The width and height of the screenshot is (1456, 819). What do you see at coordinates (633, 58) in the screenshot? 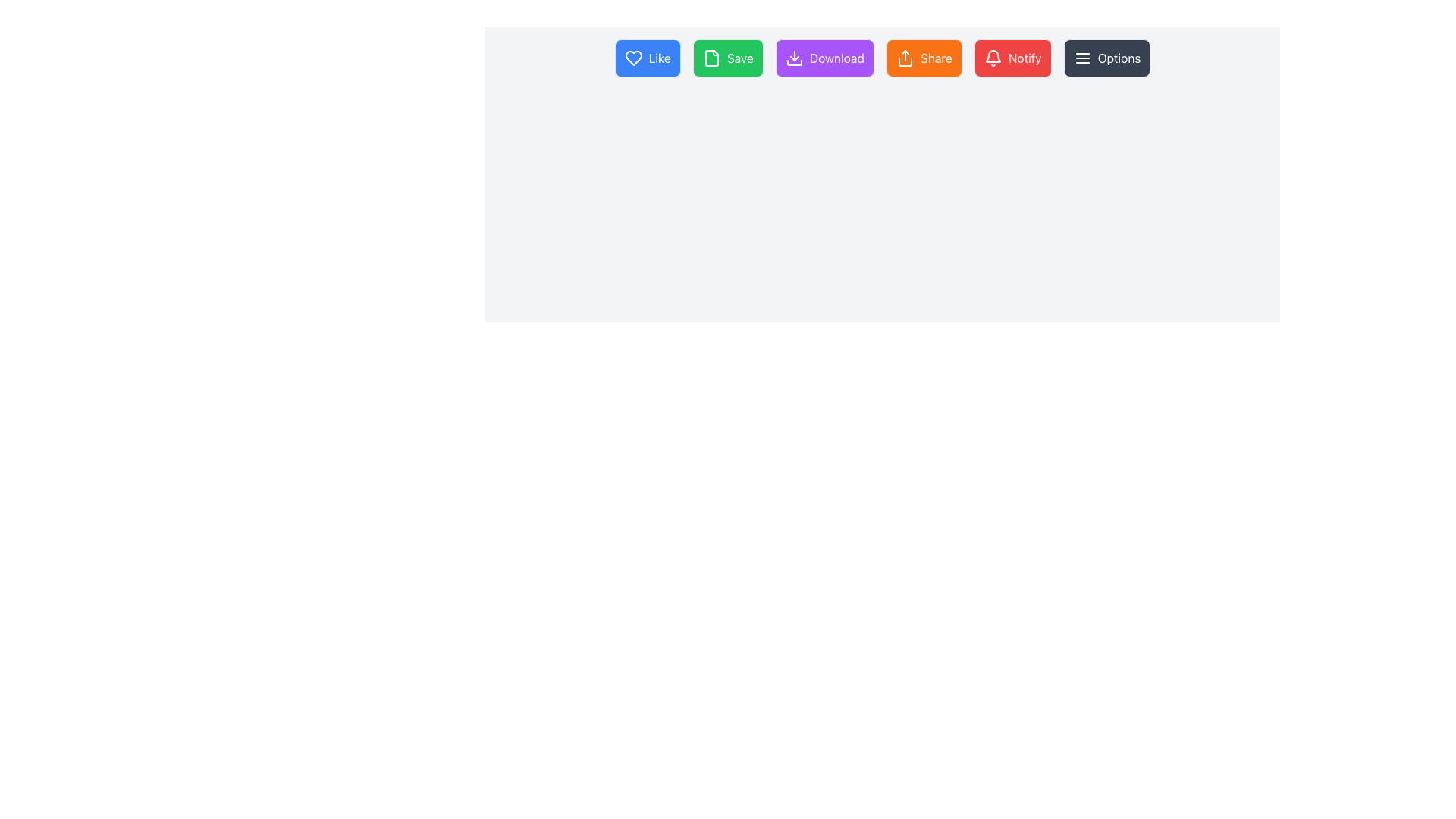
I see `the decorative icon representing the 'Like' button, which is located at the leftmost side of the button in the top-left section of the interface` at bounding box center [633, 58].